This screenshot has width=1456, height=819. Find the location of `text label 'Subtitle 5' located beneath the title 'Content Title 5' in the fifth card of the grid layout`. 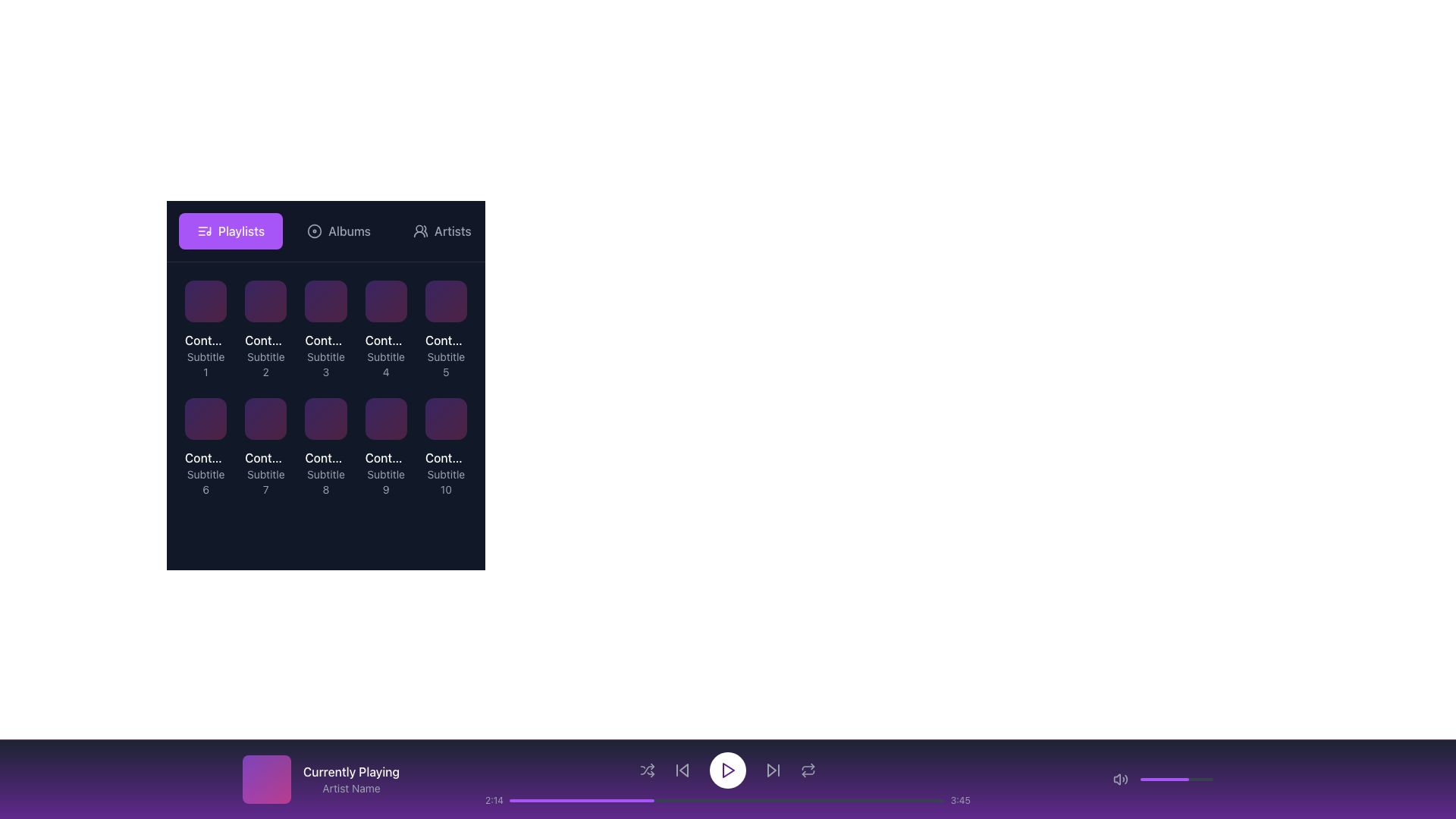

text label 'Subtitle 5' located beneath the title 'Content Title 5' in the fifth card of the grid layout is located at coordinates (445, 365).